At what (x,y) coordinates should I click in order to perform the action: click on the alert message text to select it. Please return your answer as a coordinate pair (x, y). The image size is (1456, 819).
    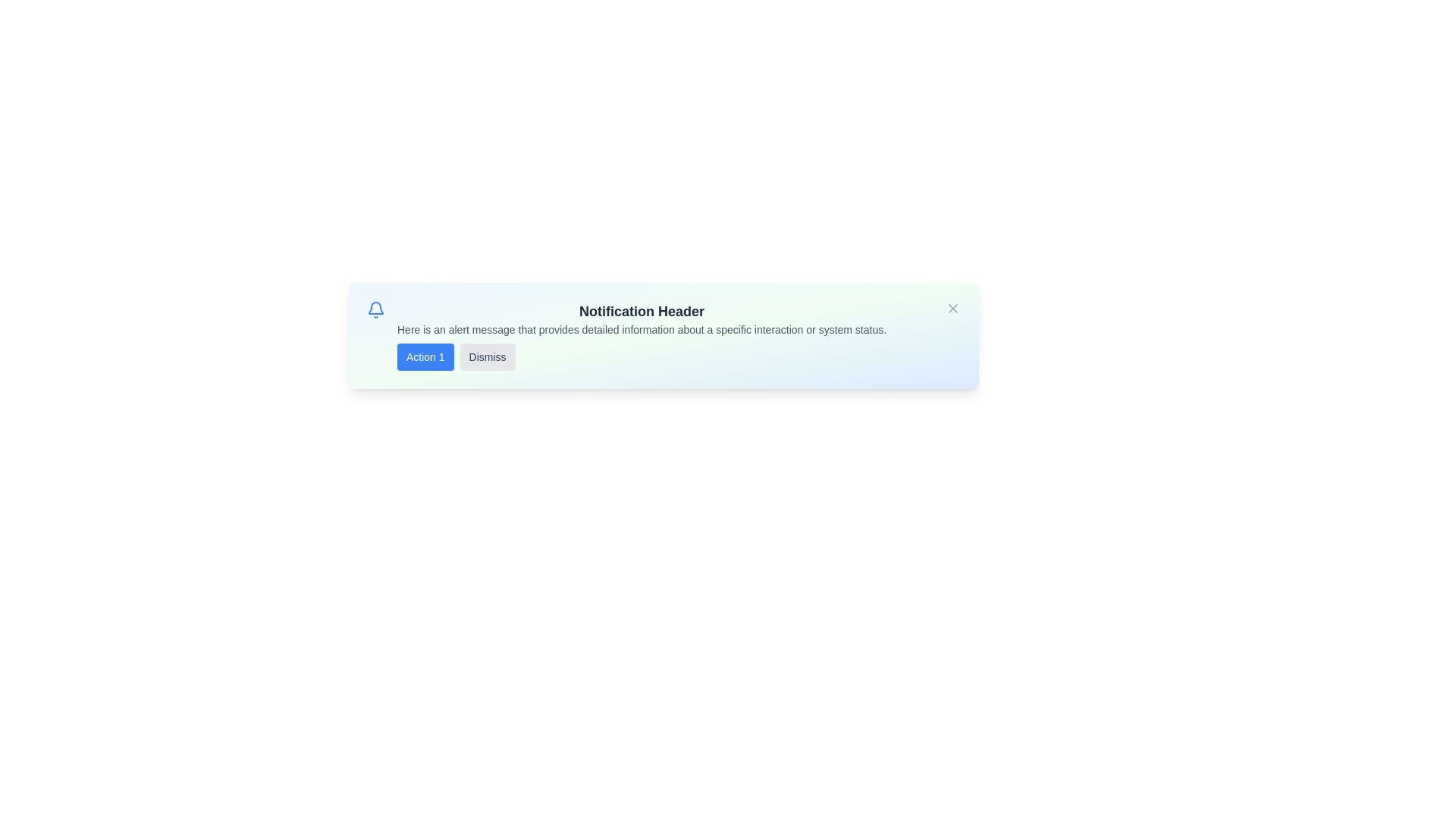
    Looking at the image, I should click on (642, 329).